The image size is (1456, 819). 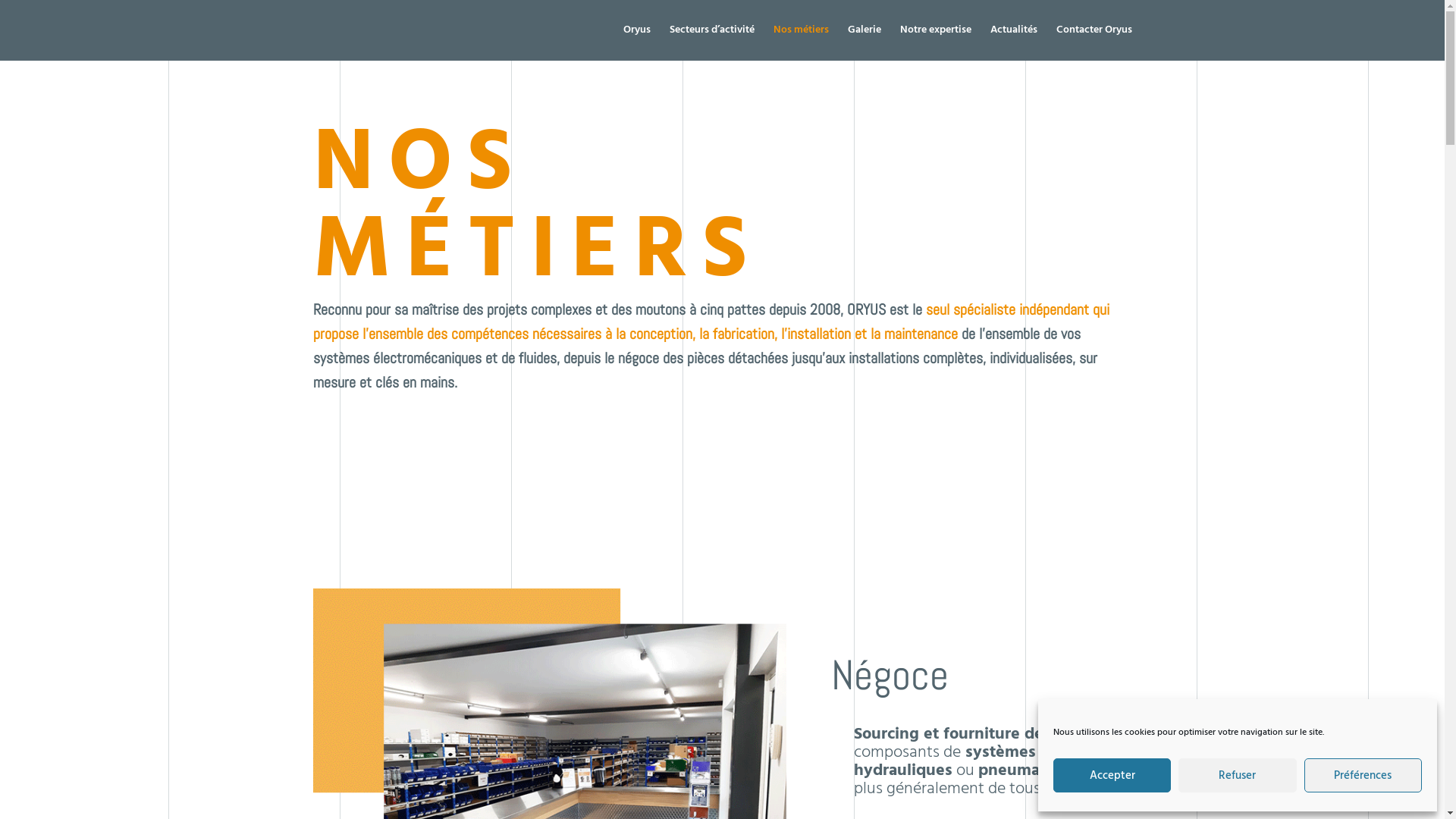 What do you see at coordinates (1093, 42) in the screenshot?
I see `'Contacter Oryus'` at bounding box center [1093, 42].